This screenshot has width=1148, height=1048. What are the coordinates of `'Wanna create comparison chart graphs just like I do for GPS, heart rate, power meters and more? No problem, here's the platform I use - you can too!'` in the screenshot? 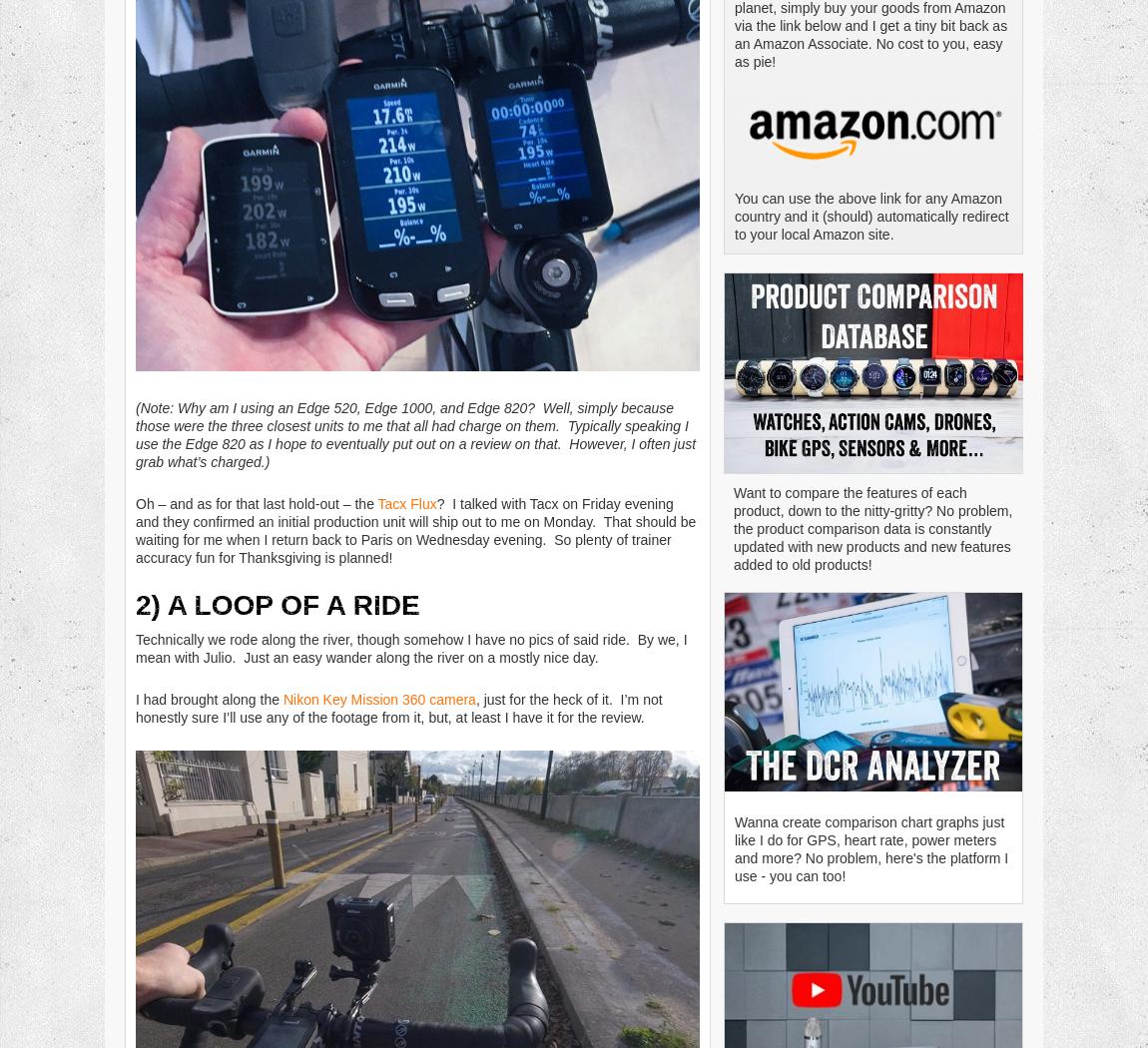 It's located at (870, 847).